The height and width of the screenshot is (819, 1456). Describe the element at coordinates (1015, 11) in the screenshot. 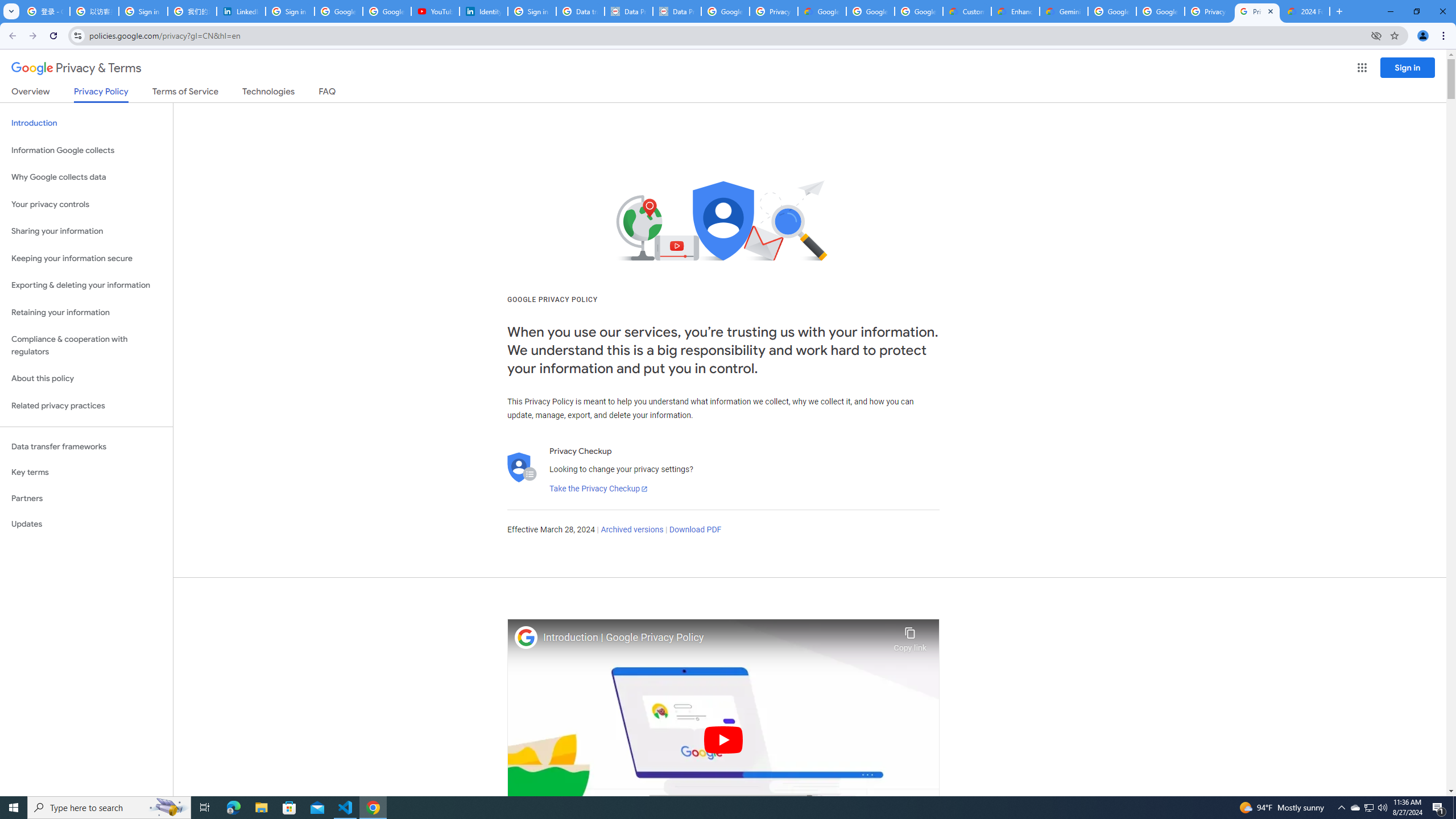

I see `'Enhanced Support | Google Cloud'` at that location.